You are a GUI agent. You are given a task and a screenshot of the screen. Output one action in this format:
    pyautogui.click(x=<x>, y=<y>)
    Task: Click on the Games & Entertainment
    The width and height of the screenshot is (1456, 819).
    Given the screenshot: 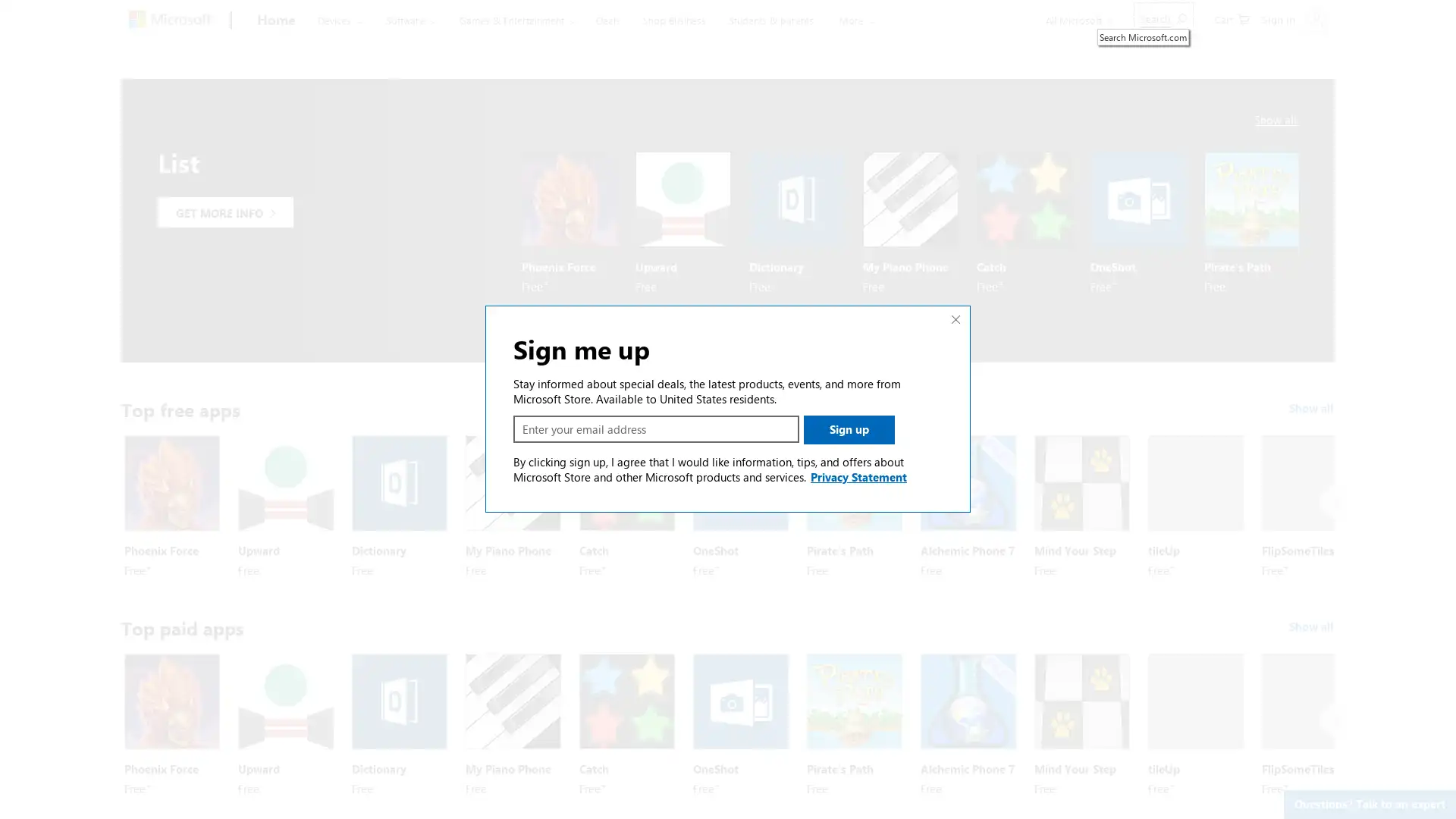 What is the action you would take?
    pyautogui.click(x=510, y=20)
    